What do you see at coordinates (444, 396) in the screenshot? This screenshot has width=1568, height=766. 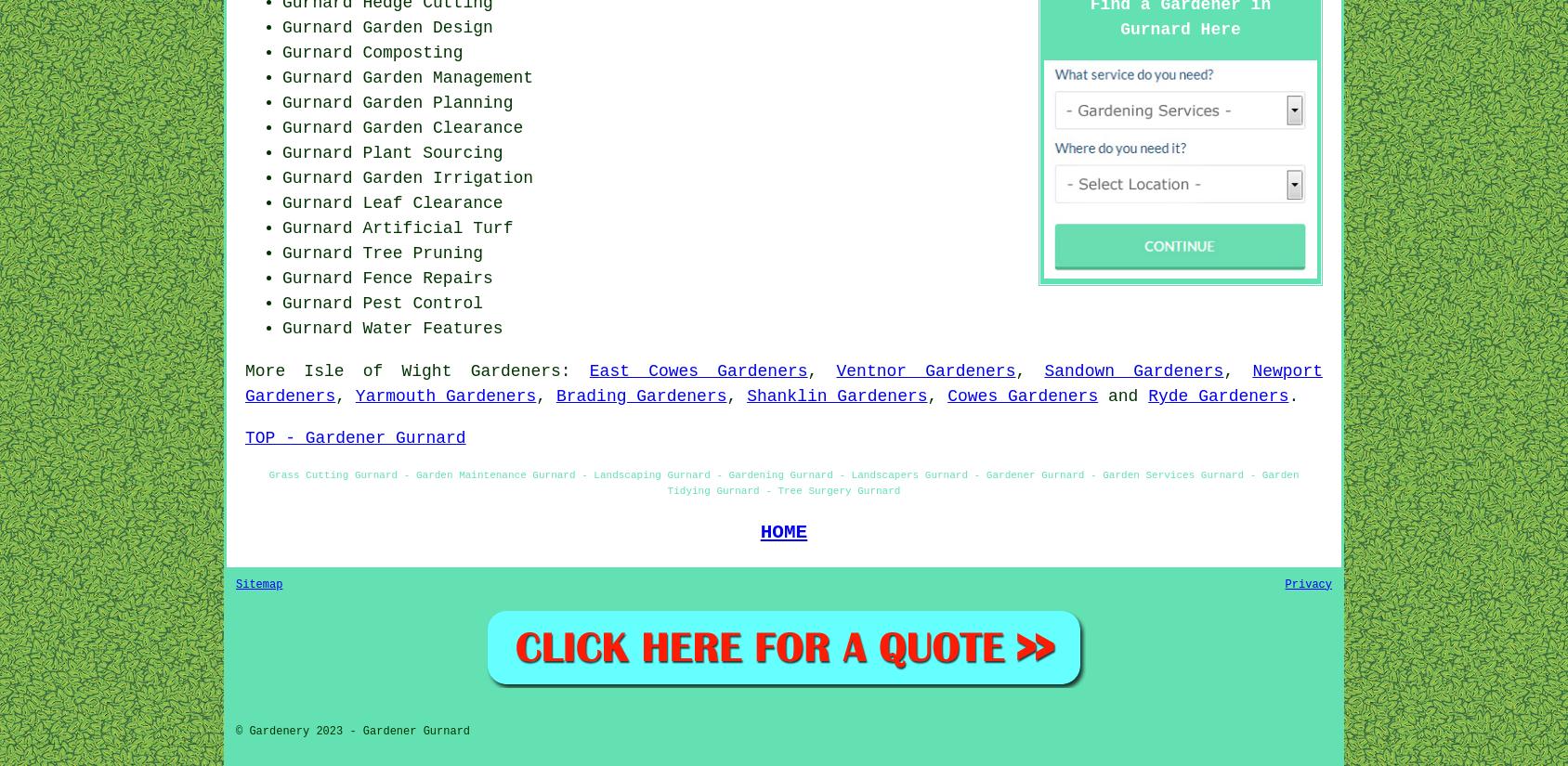 I see `'Yarmouth Gardeners'` at bounding box center [444, 396].